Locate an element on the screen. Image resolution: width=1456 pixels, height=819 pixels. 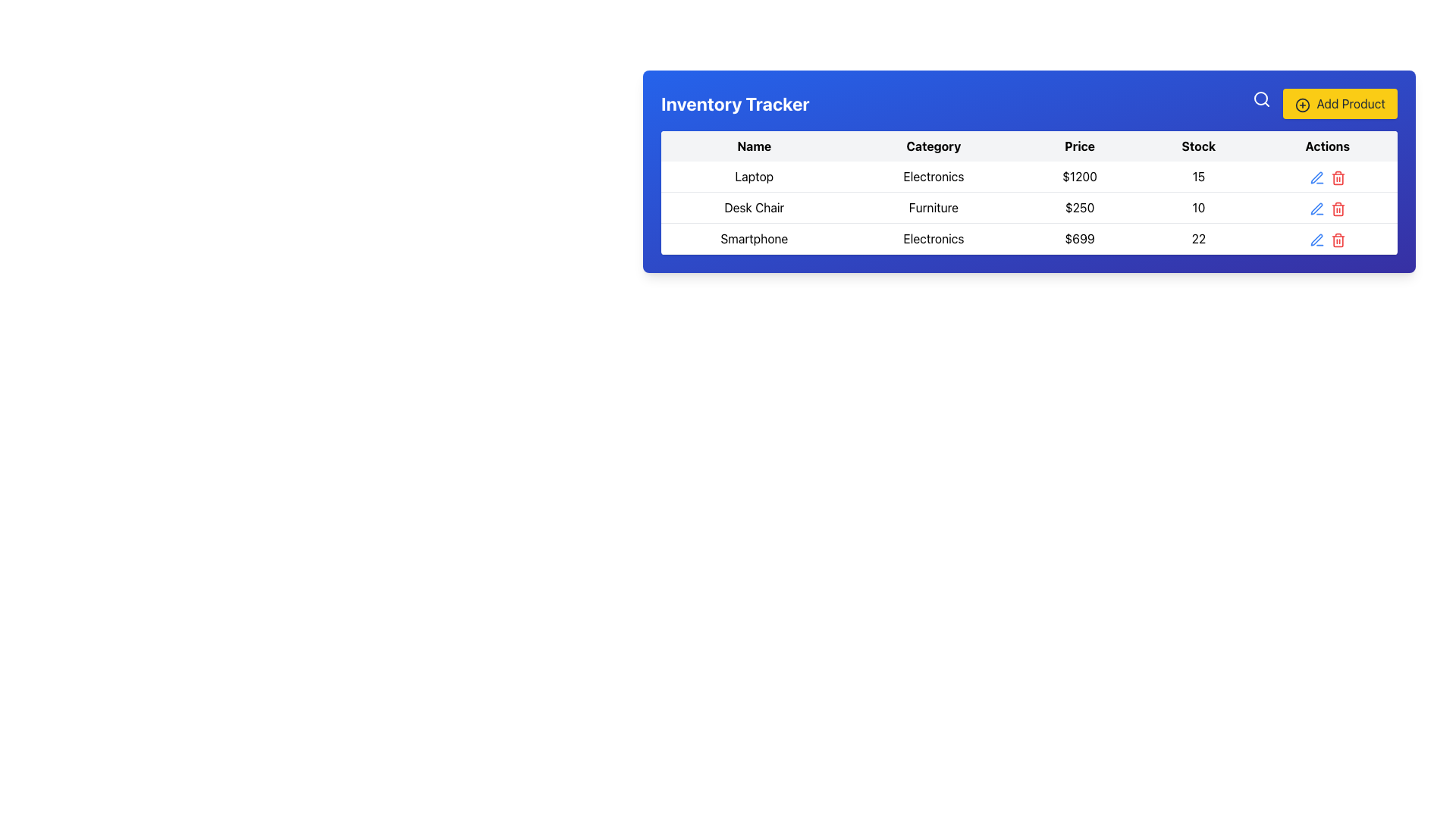
the edit icon button in the 'Actions' column for the 'Desk Chair' item is located at coordinates (1316, 175).